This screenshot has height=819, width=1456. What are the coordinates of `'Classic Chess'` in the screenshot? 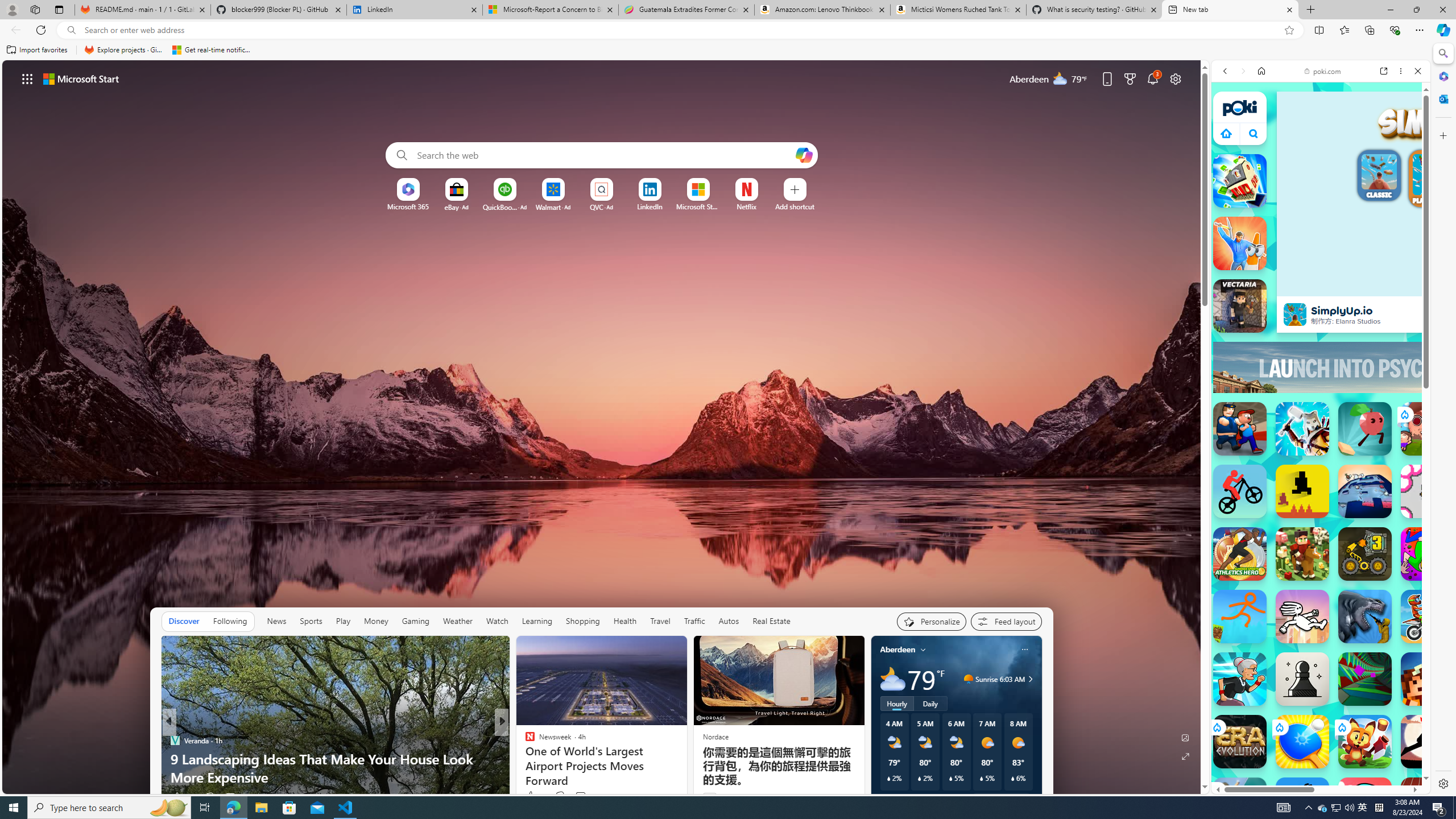 It's located at (1301, 679).